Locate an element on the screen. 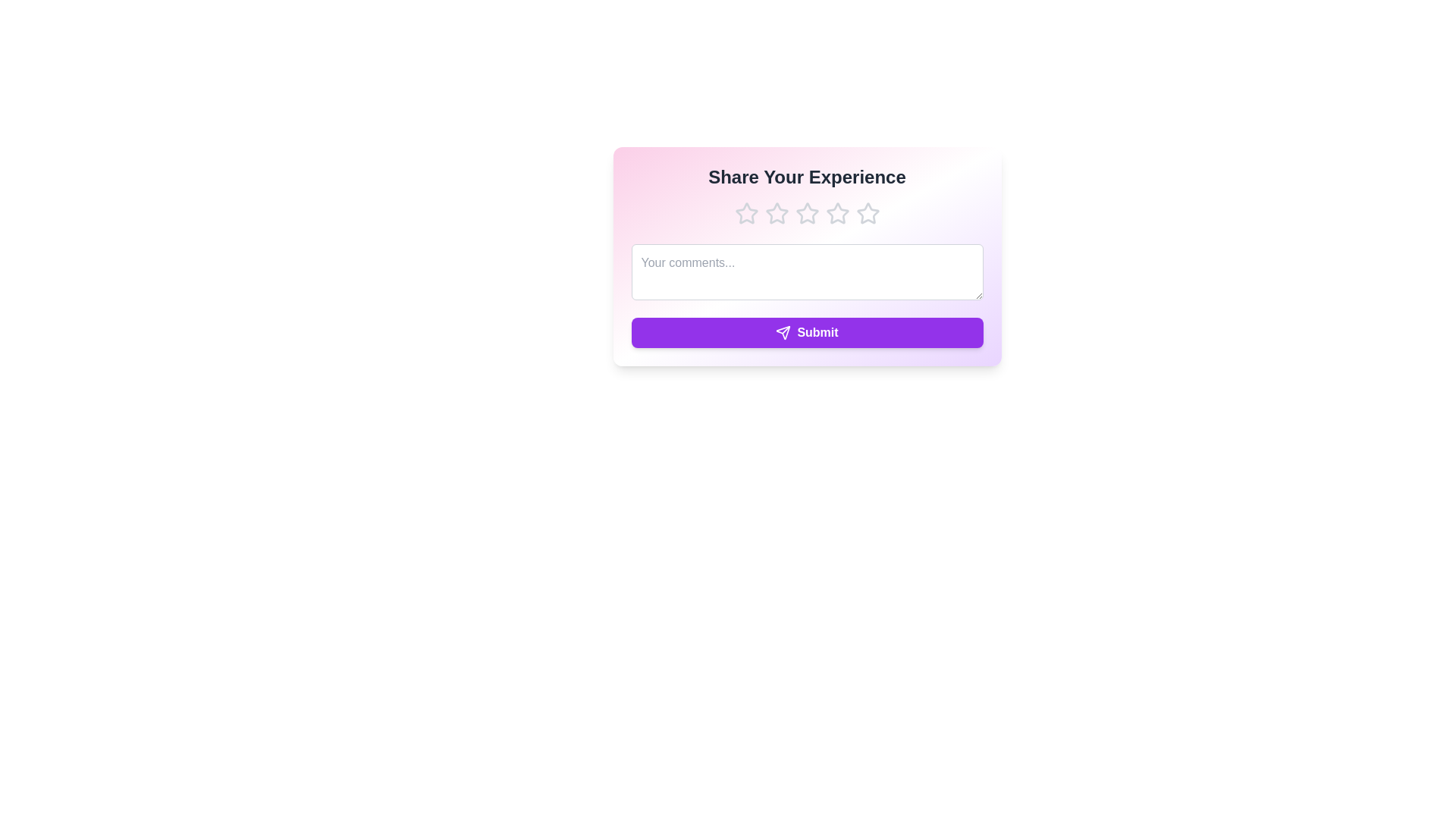 The image size is (1456, 819). text displayed in the heading that says 'Share Your Experience', which is bold and centered at the top of the card with a gradient pink to purple background is located at coordinates (806, 177).